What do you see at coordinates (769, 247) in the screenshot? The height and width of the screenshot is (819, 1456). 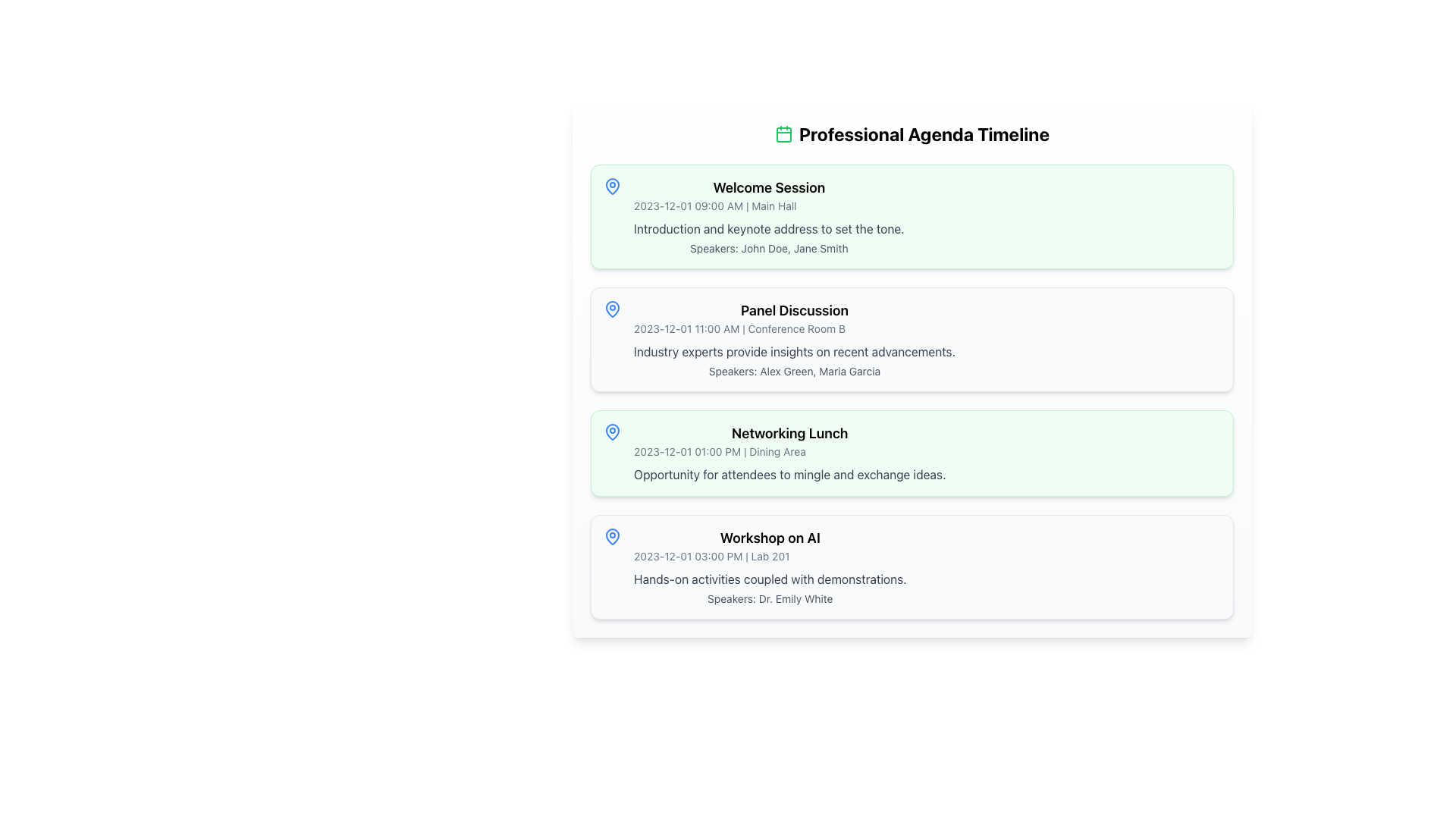 I see `the Text Label that lists the speakers for the session at the bottom of the 'Welcome Session' card` at bounding box center [769, 247].